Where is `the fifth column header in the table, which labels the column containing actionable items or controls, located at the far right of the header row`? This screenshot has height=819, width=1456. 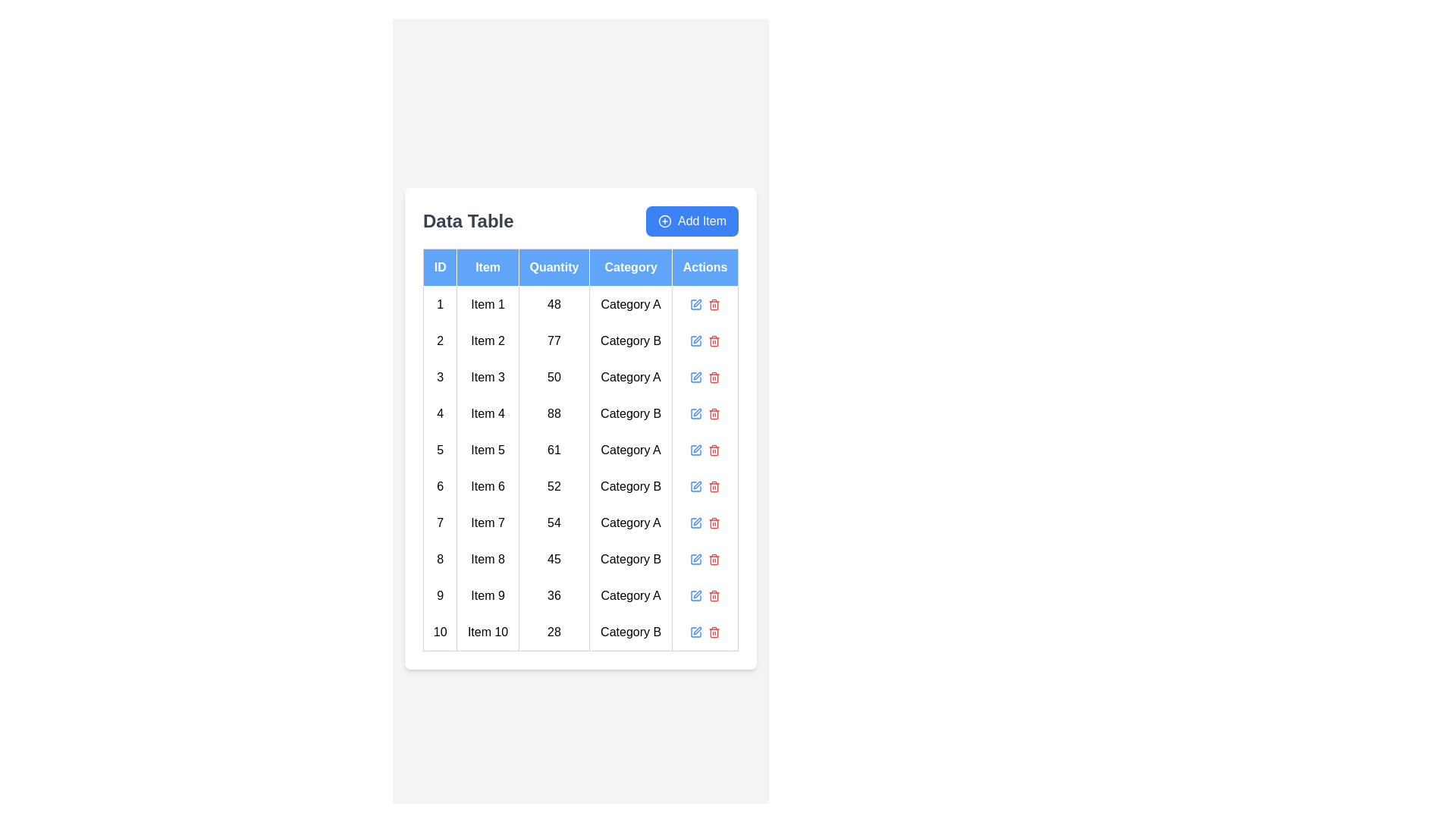
the fifth column header in the table, which labels the column containing actionable items or controls, located at the far right of the header row is located at coordinates (704, 266).